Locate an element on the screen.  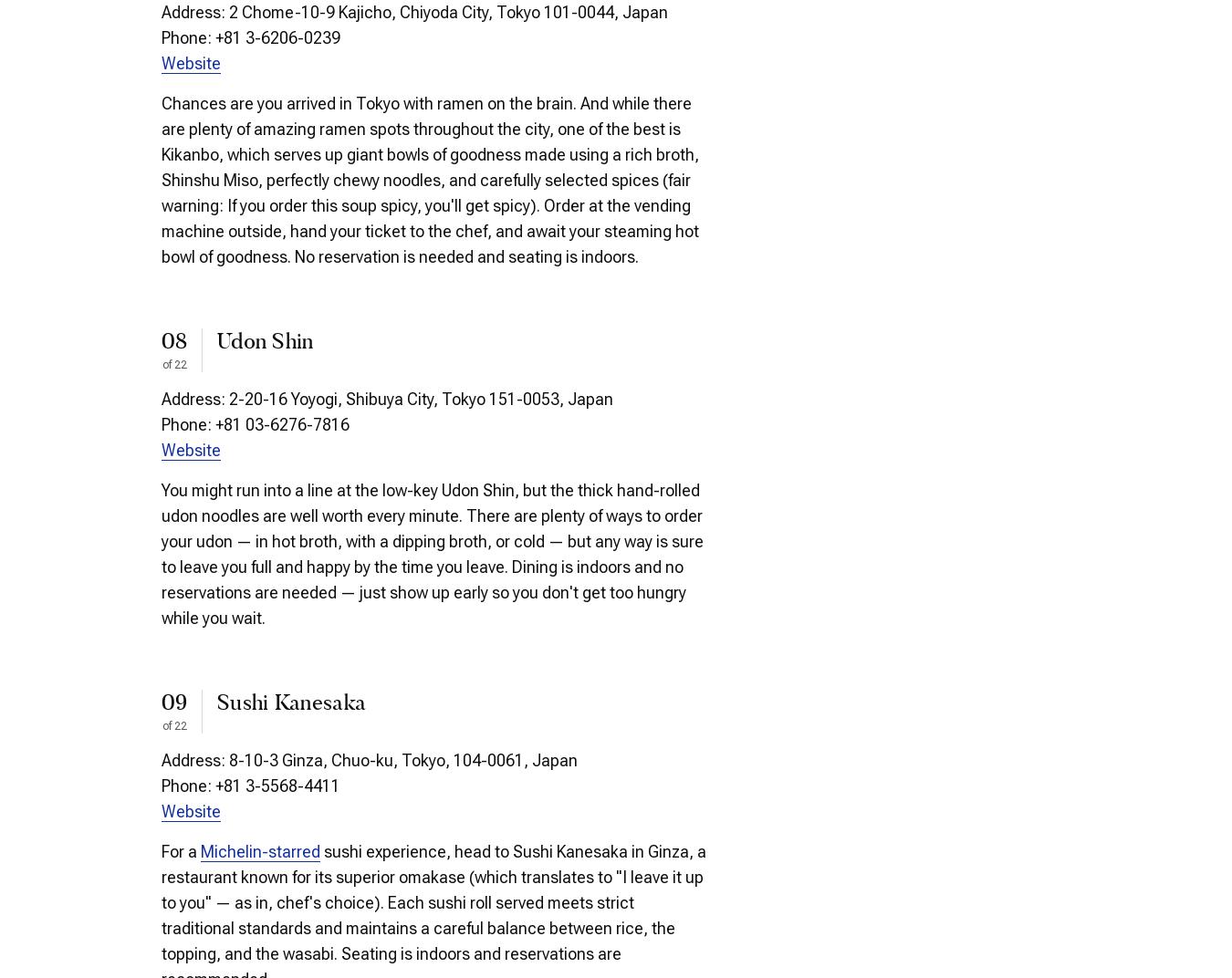
'Phone: +81 3-5568-4411' is located at coordinates (249, 784).